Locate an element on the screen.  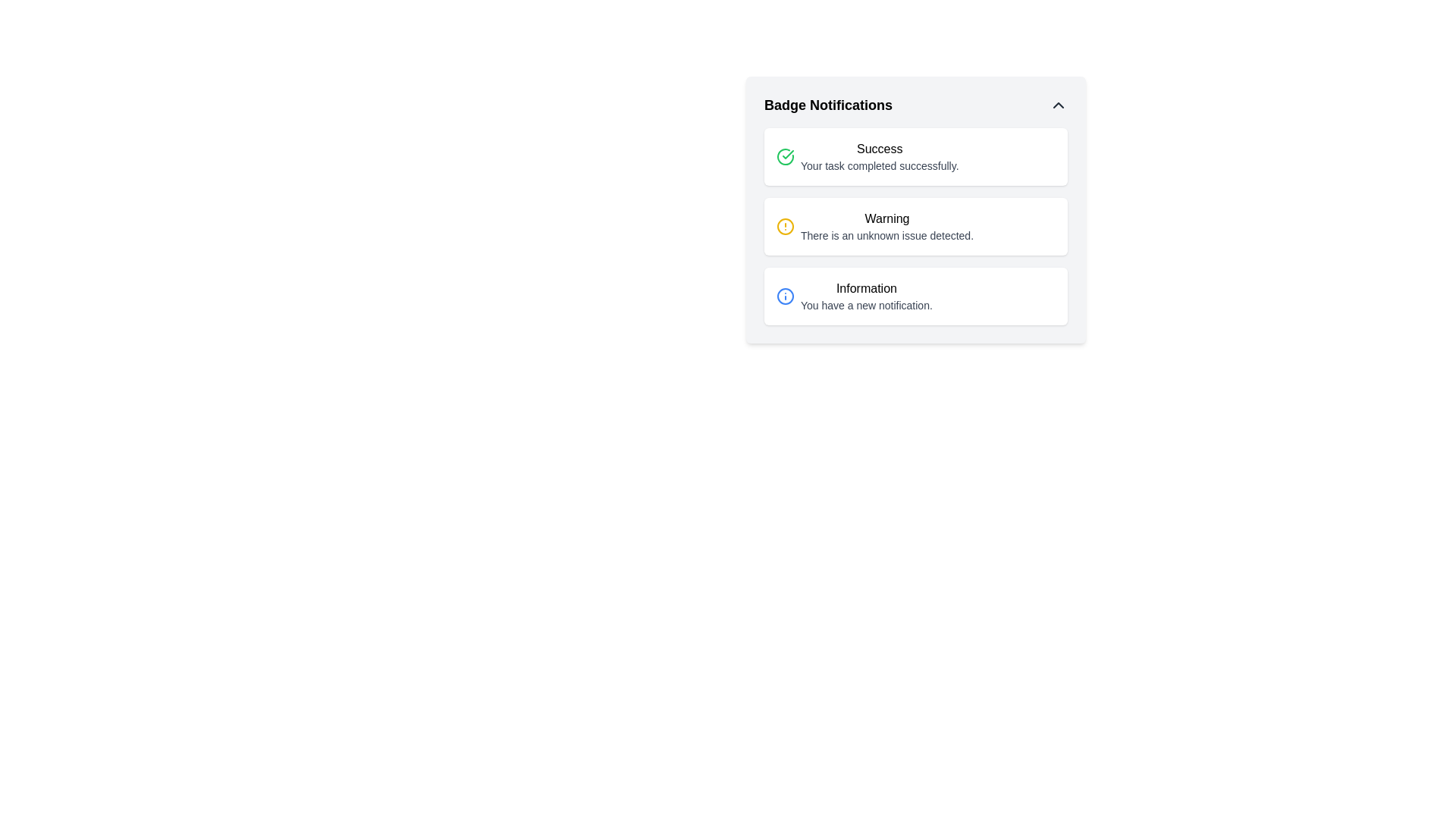
information displayed in the Notification card with a green checkmark icon, bold title 'Success', and message 'Your task completed successfully.' is located at coordinates (915, 157).